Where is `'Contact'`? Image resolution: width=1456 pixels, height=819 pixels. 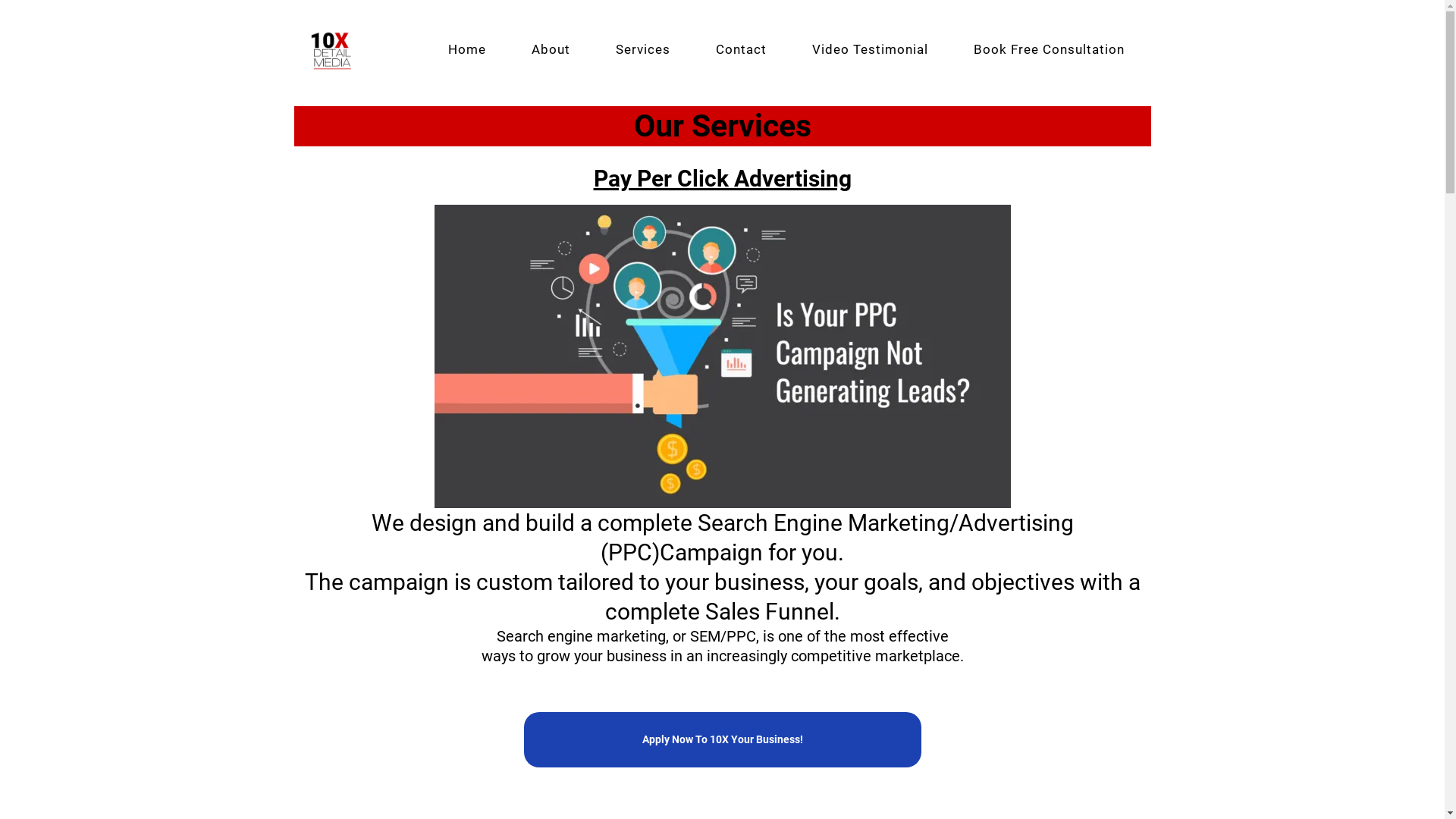
'Contact' is located at coordinates (741, 49).